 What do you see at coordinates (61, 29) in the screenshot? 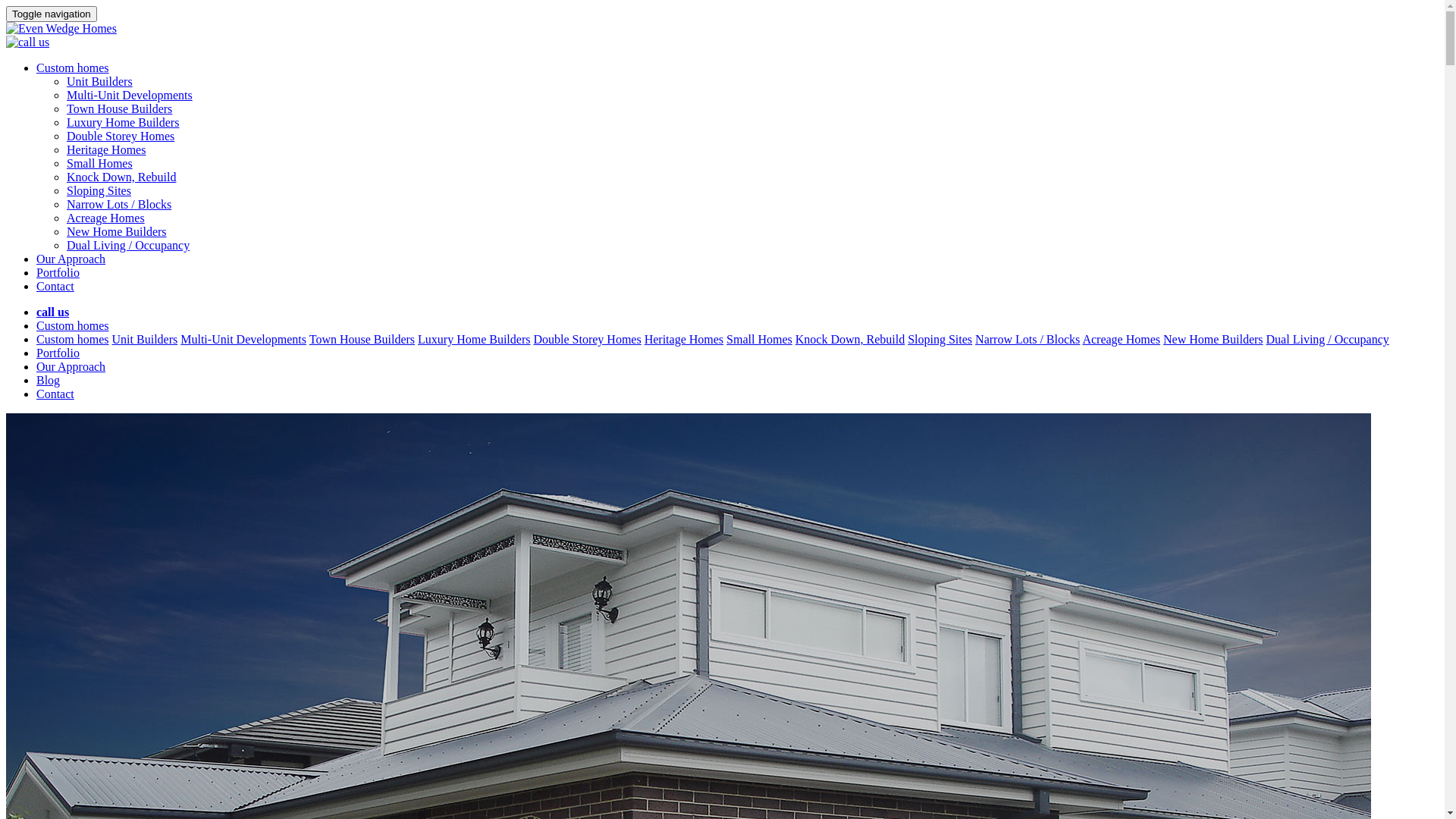
I see `'Even Wedge Homes'` at bounding box center [61, 29].